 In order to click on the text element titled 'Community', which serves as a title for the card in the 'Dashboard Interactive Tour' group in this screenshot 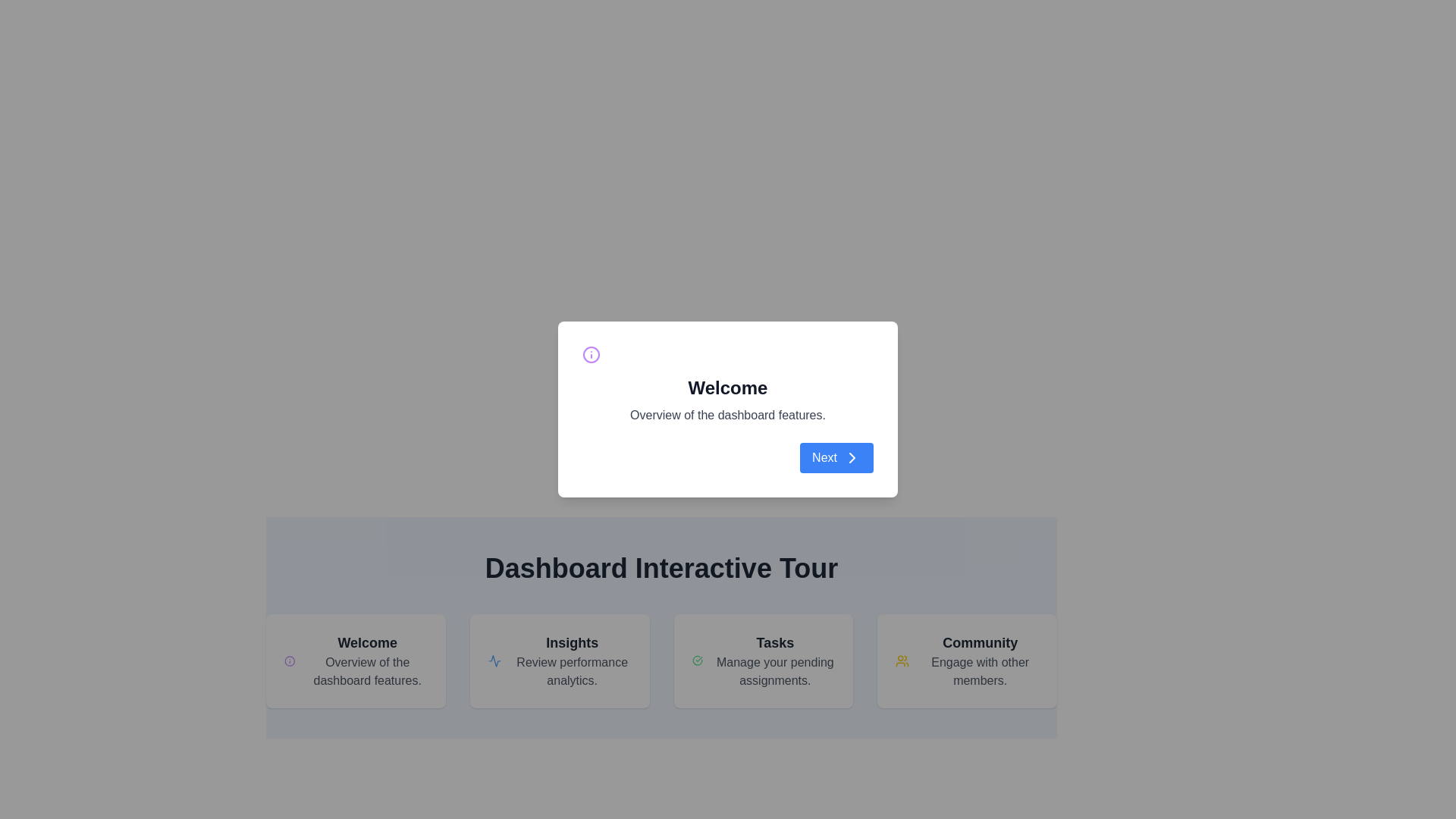, I will do `click(980, 643)`.